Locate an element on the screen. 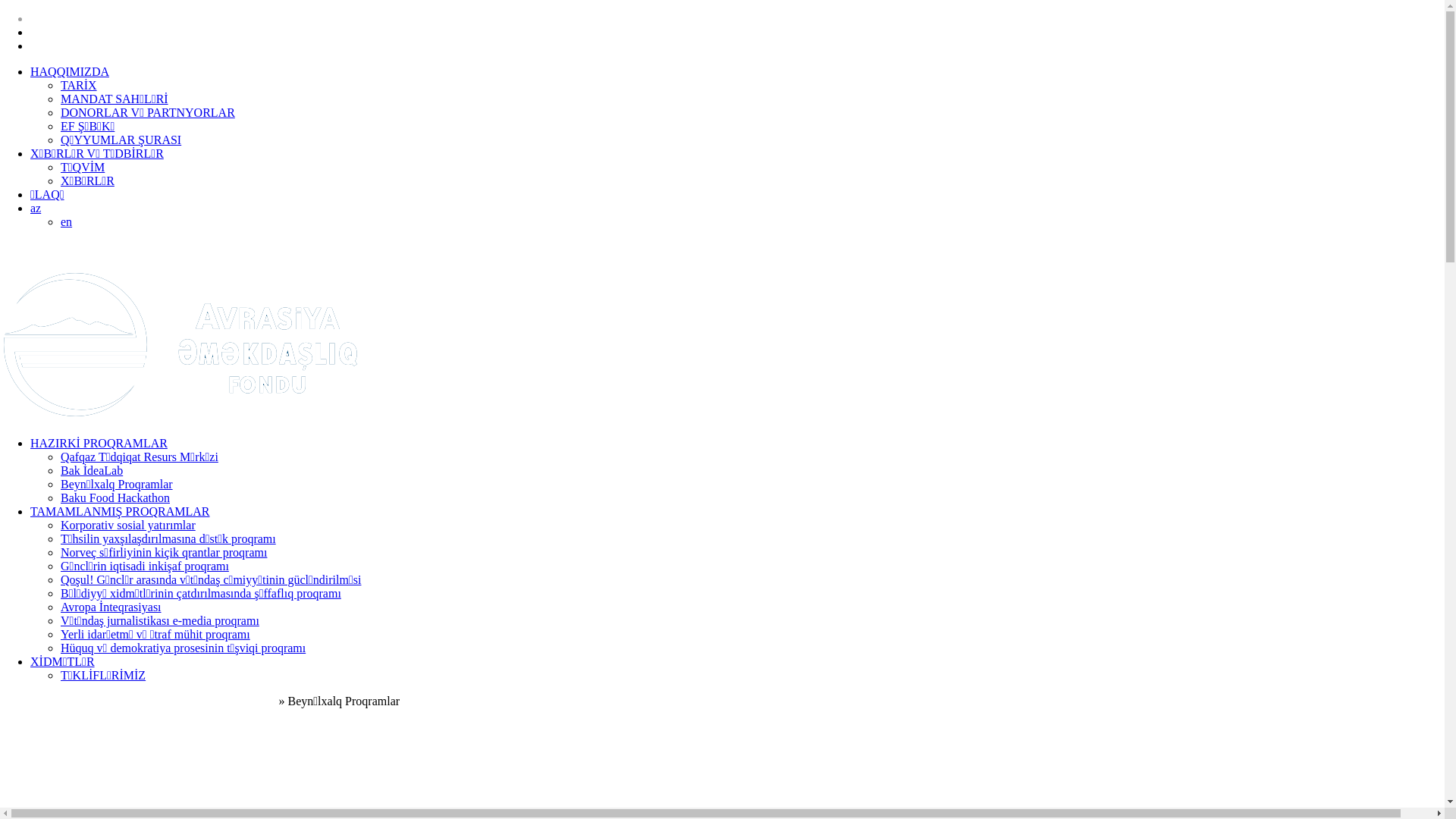  'HAQQIMIZDA' is located at coordinates (30, 71).